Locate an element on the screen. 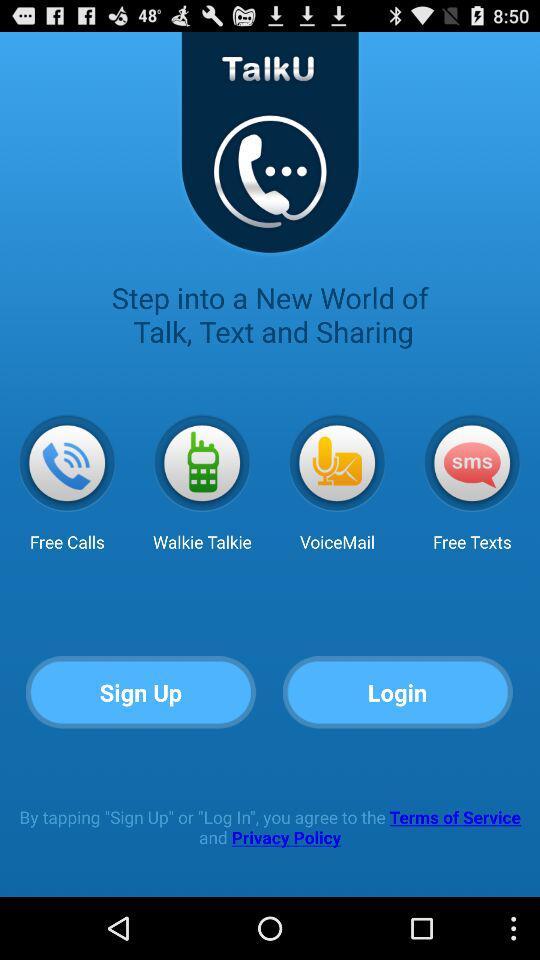 The width and height of the screenshot is (540, 960). the item to the right of sign up button is located at coordinates (398, 693).